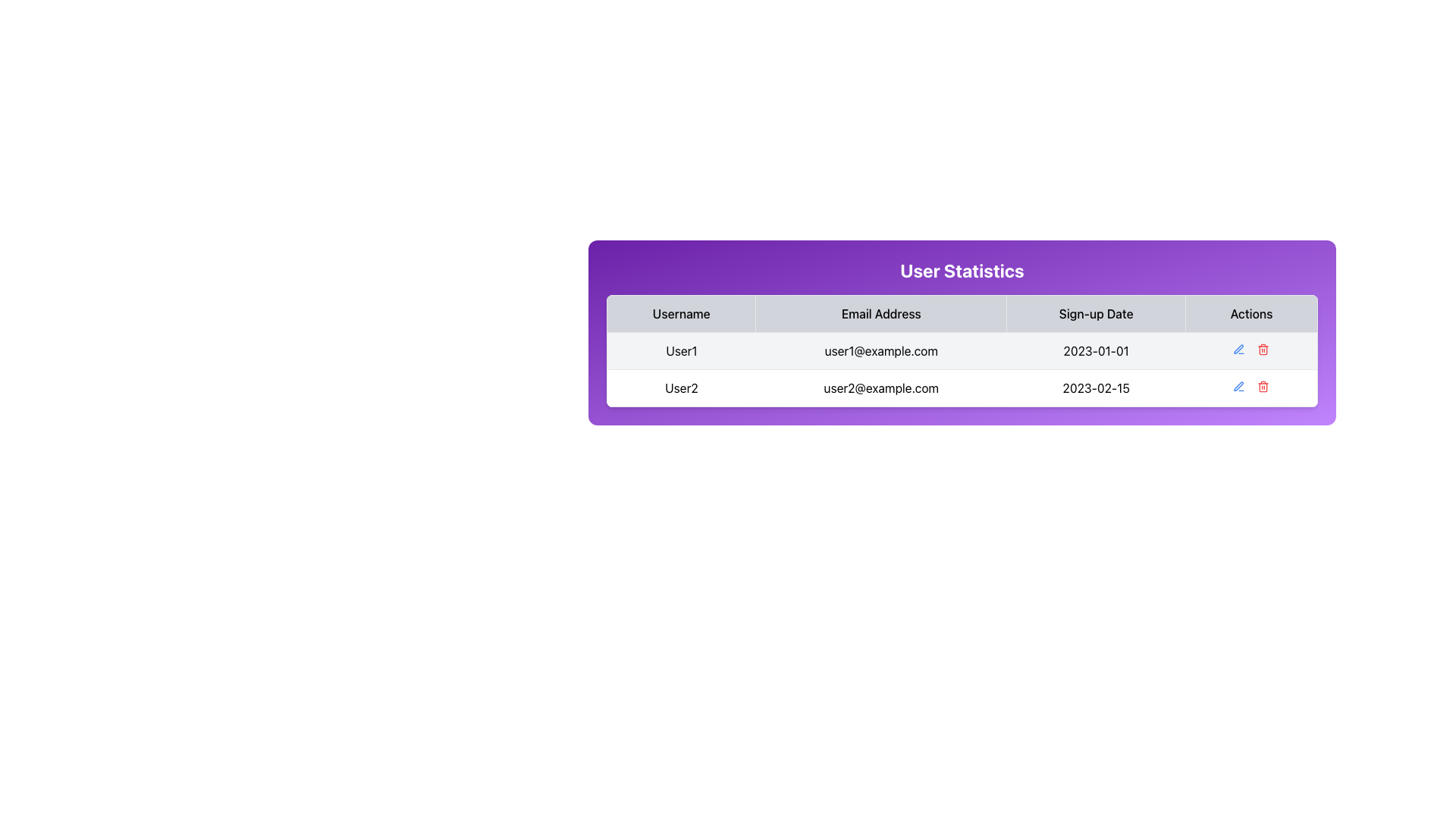 The width and height of the screenshot is (1456, 819). Describe the element at coordinates (1263, 350) in the screenshot. I see `the delete icon located in the topmost row of the 'Actions' column in the 'User Statistics' table` at that location.